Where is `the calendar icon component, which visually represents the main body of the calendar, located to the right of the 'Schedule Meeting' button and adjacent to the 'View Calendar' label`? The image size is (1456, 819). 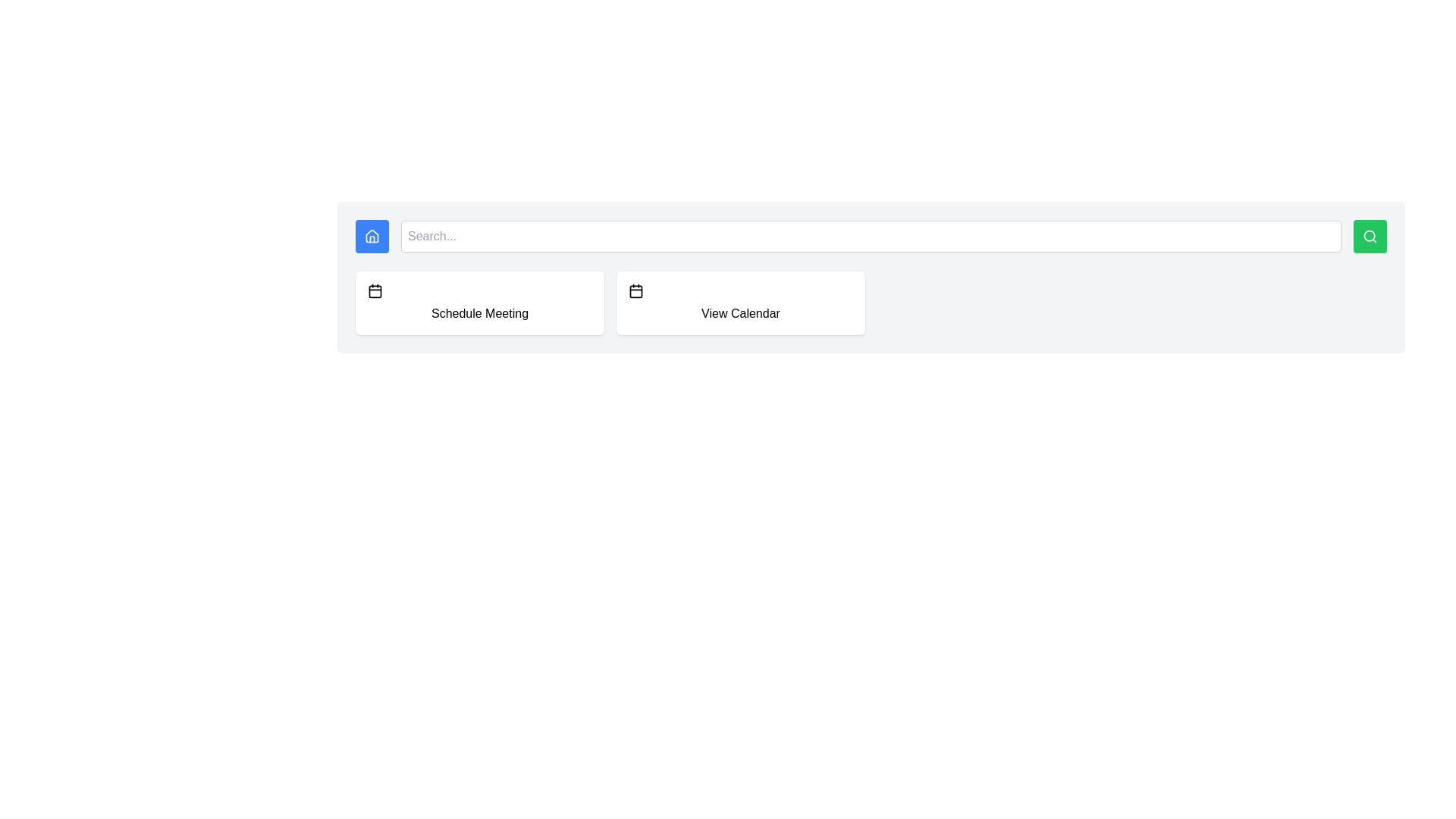
the calendar icon component, which visually represents the main body of the calendar, located to the right of the 'Schedule Meeting' button and adjacent to the 'View Calendar' label is located at coordinates (375, 291).